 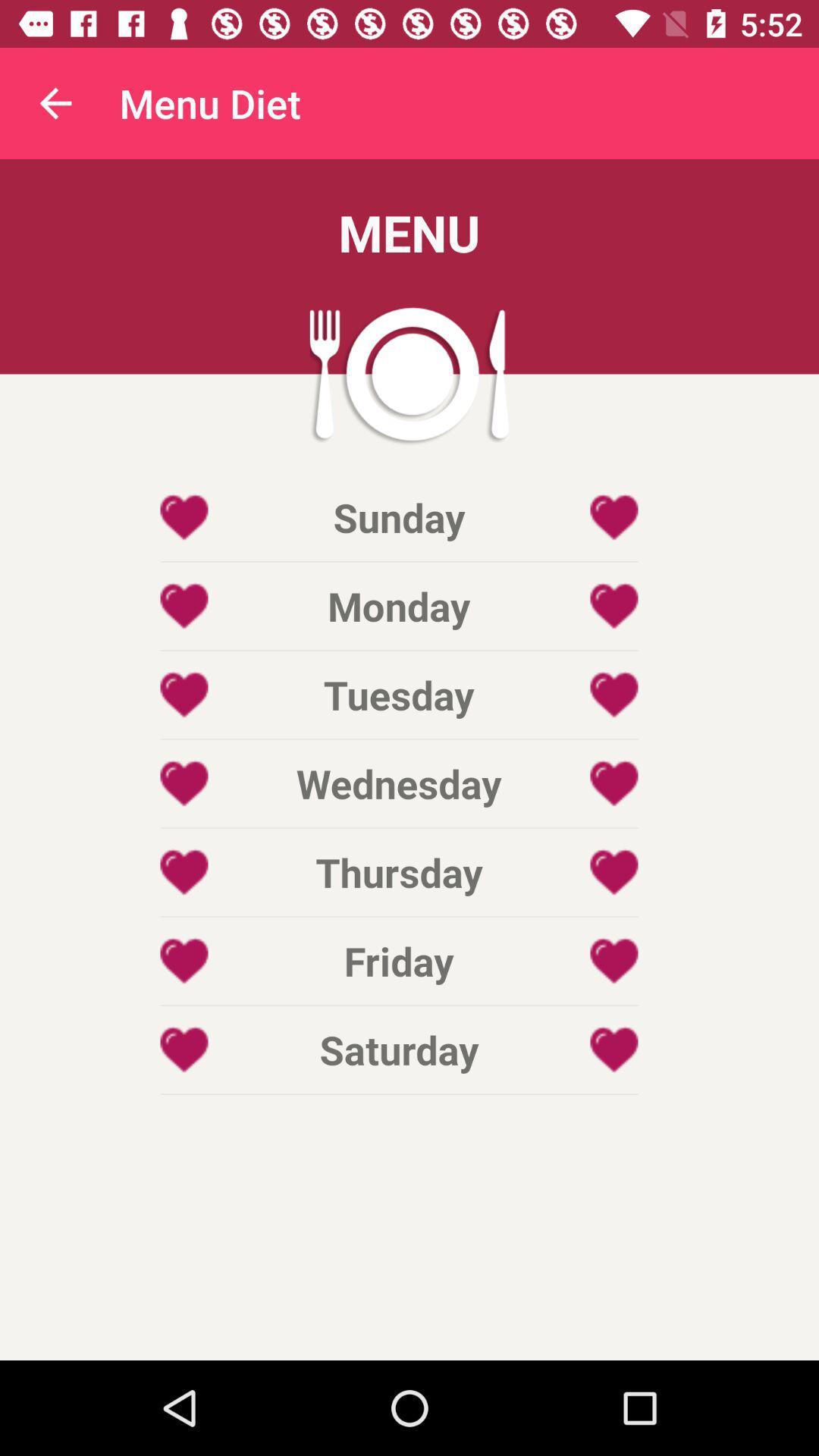 I want to click on the sunday, so click(x=398, y=517).